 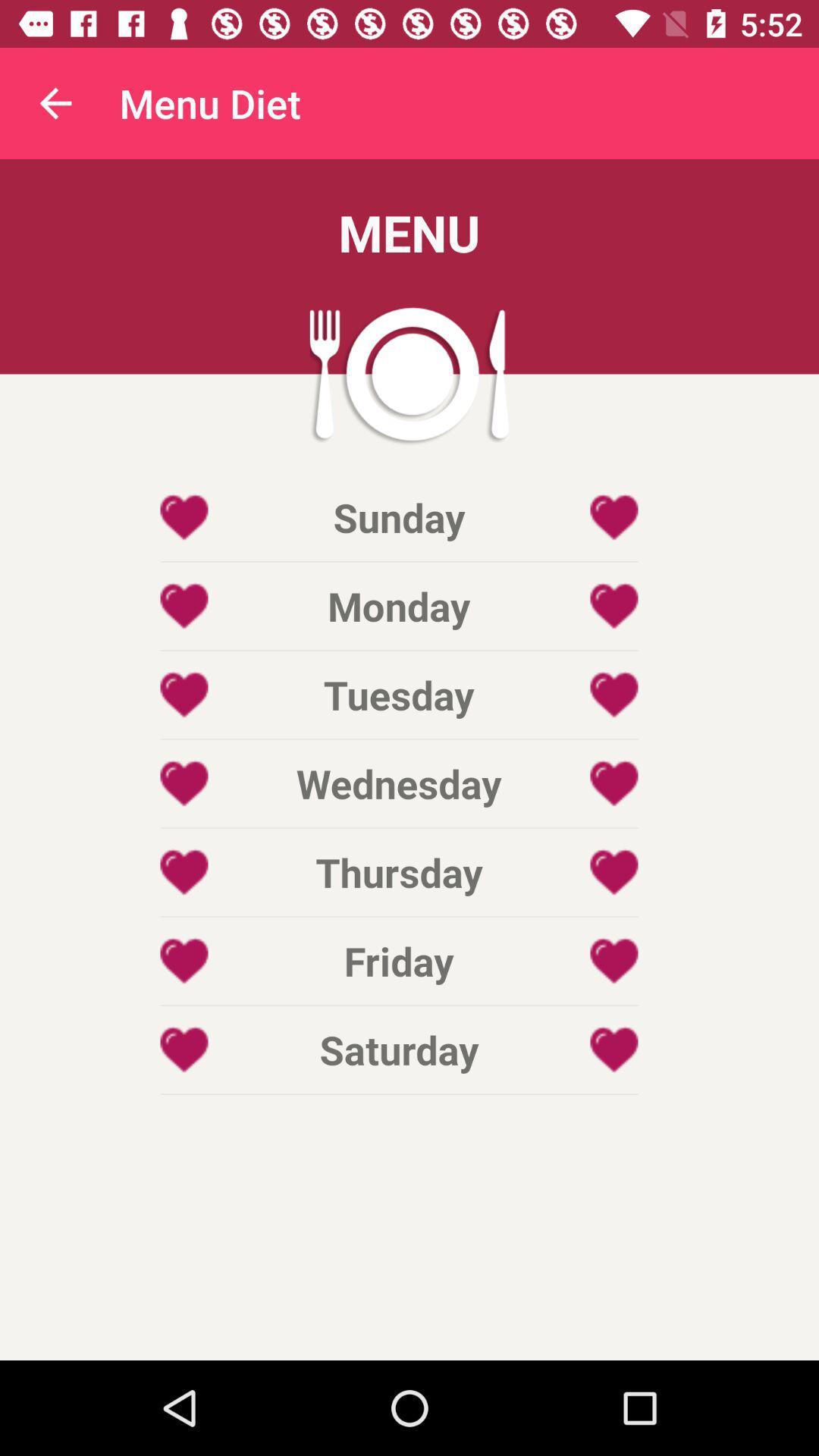 I want to click on the sunday, so click(x=398, y=517).